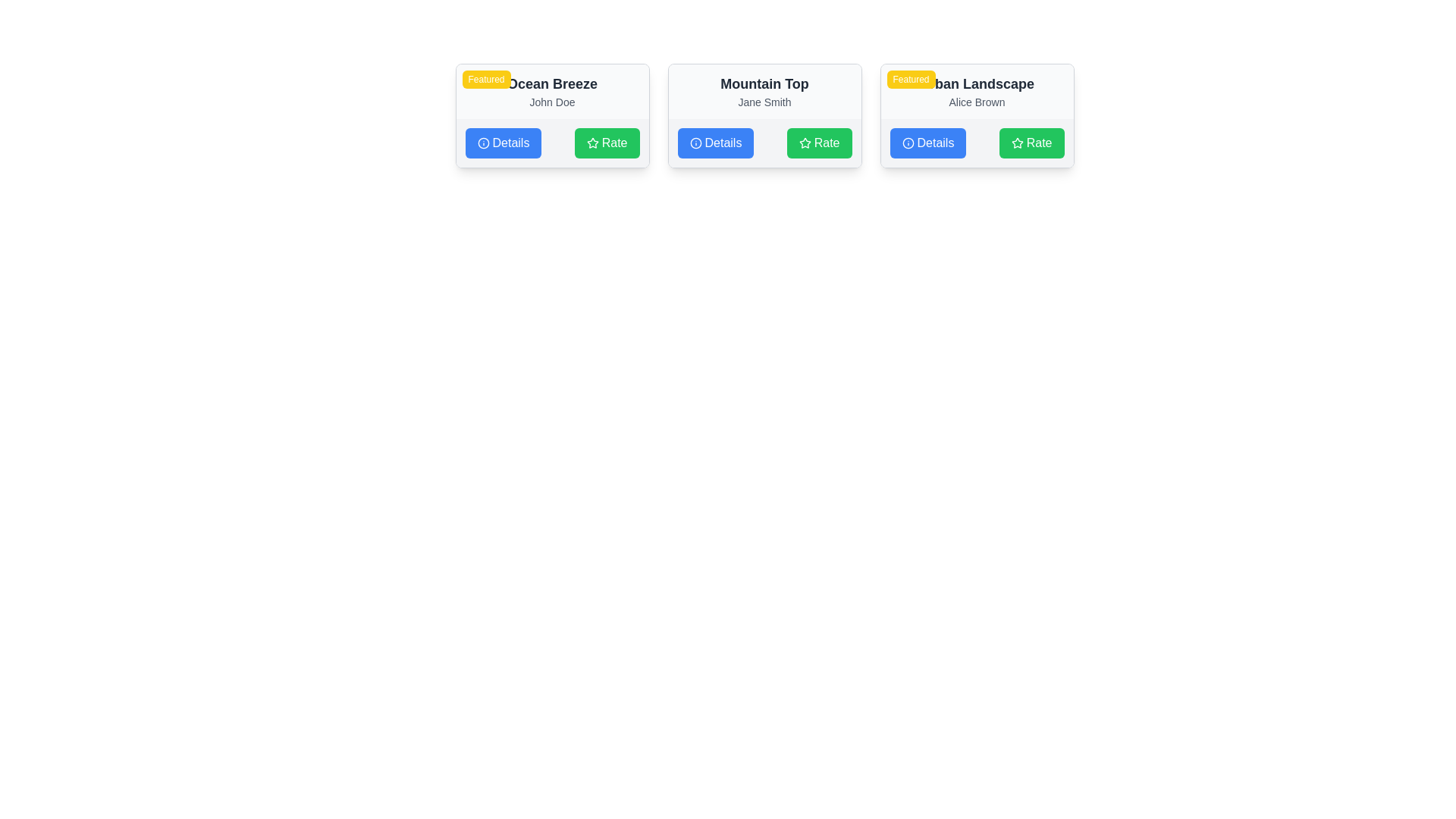 The height and width of the screenshot is (819, 1456). What do you see at coordinates (927, 143) in the screenshot?
I see `the button located in the 'Urban Landscape' panel at the bottom left corner` at bounding box center [927, 143].